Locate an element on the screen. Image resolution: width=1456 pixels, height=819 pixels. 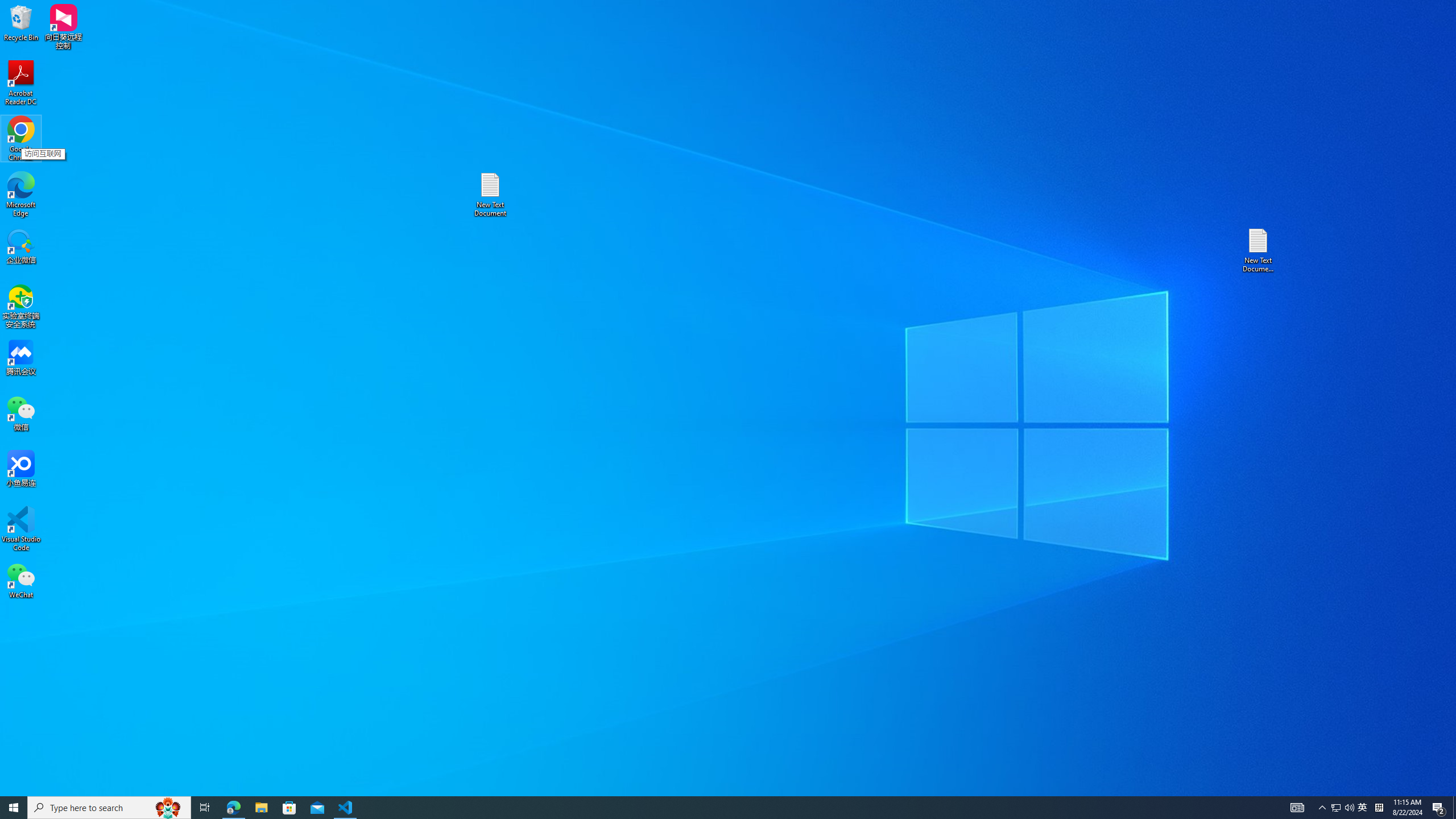
'Tray Input Indicator - Chinese (Simplified, China)' is located at coordinates (1379, 806).